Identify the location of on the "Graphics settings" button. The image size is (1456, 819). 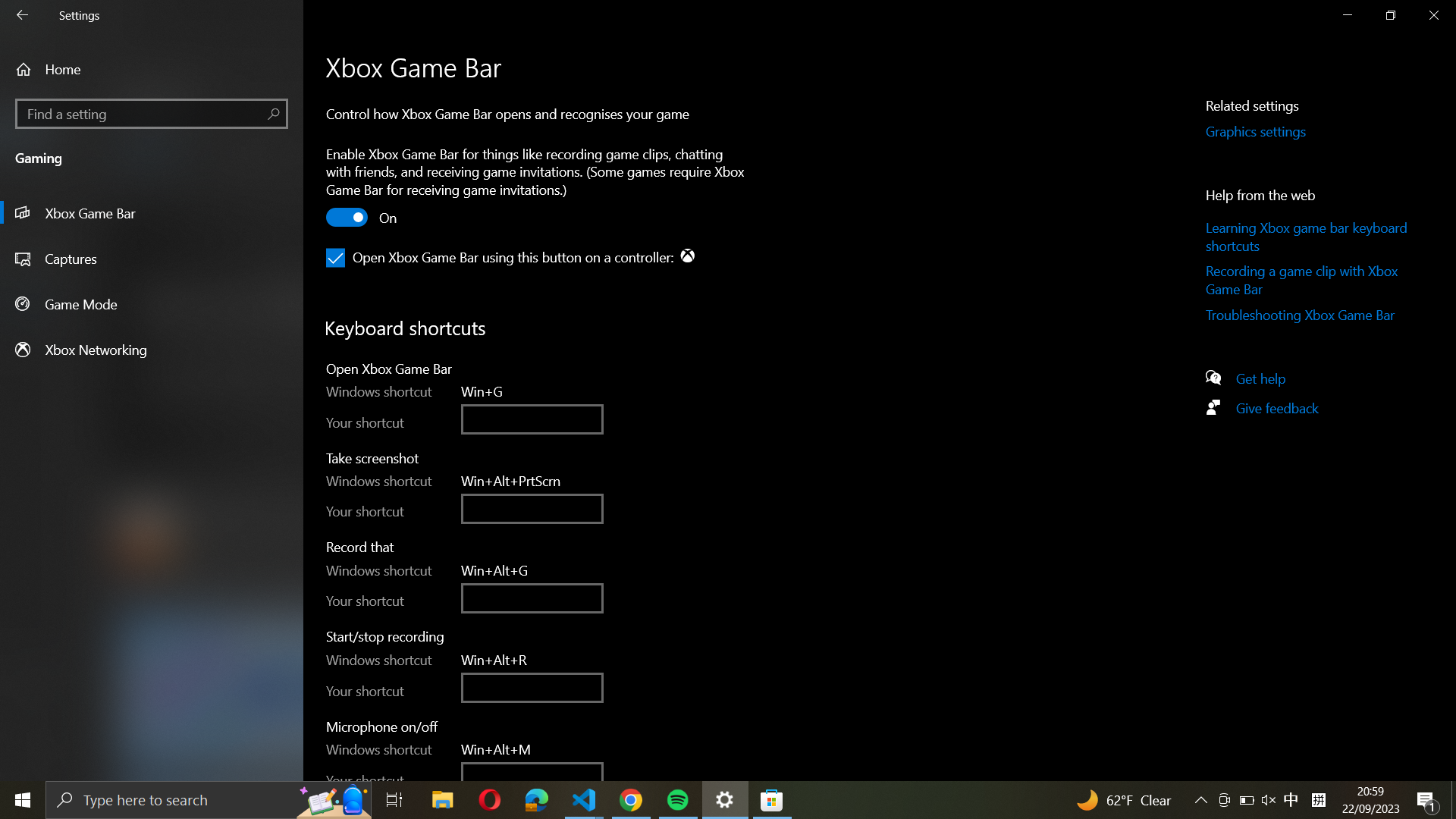
(1273, 131).